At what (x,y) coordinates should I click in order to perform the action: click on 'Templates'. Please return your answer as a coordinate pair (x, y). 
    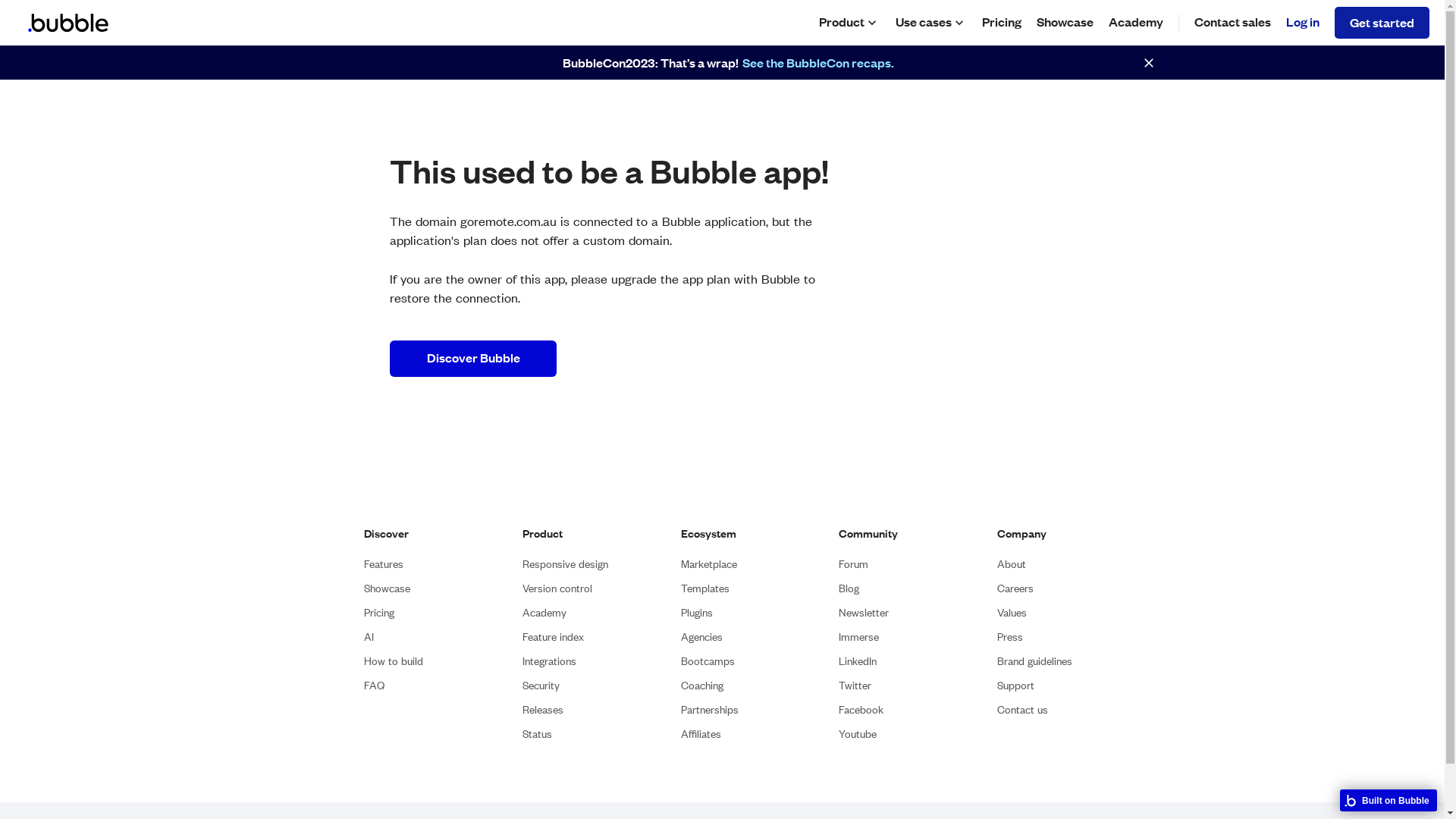
    Looking at the image, I should click on (704, 587).